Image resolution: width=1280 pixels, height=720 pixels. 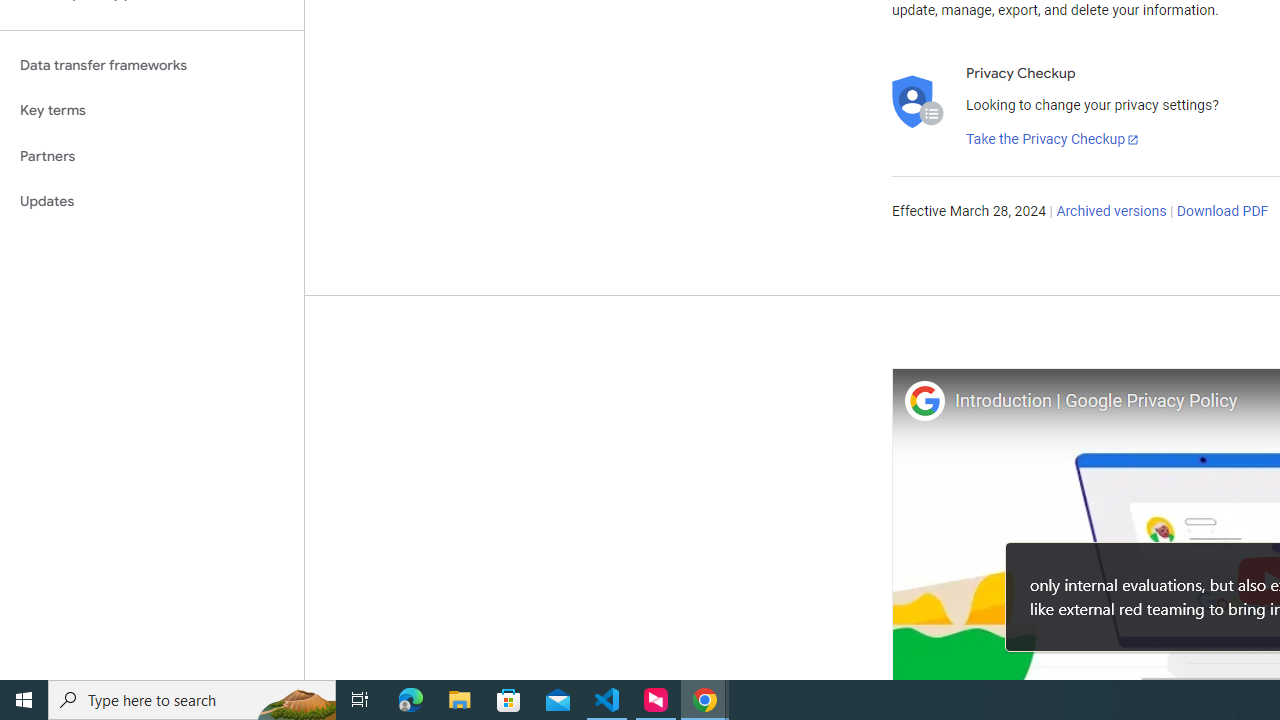 What do you see at coordinates (151, 110) in the screenshot?
I see `'Key terms'` at bounding box center [151, 110].